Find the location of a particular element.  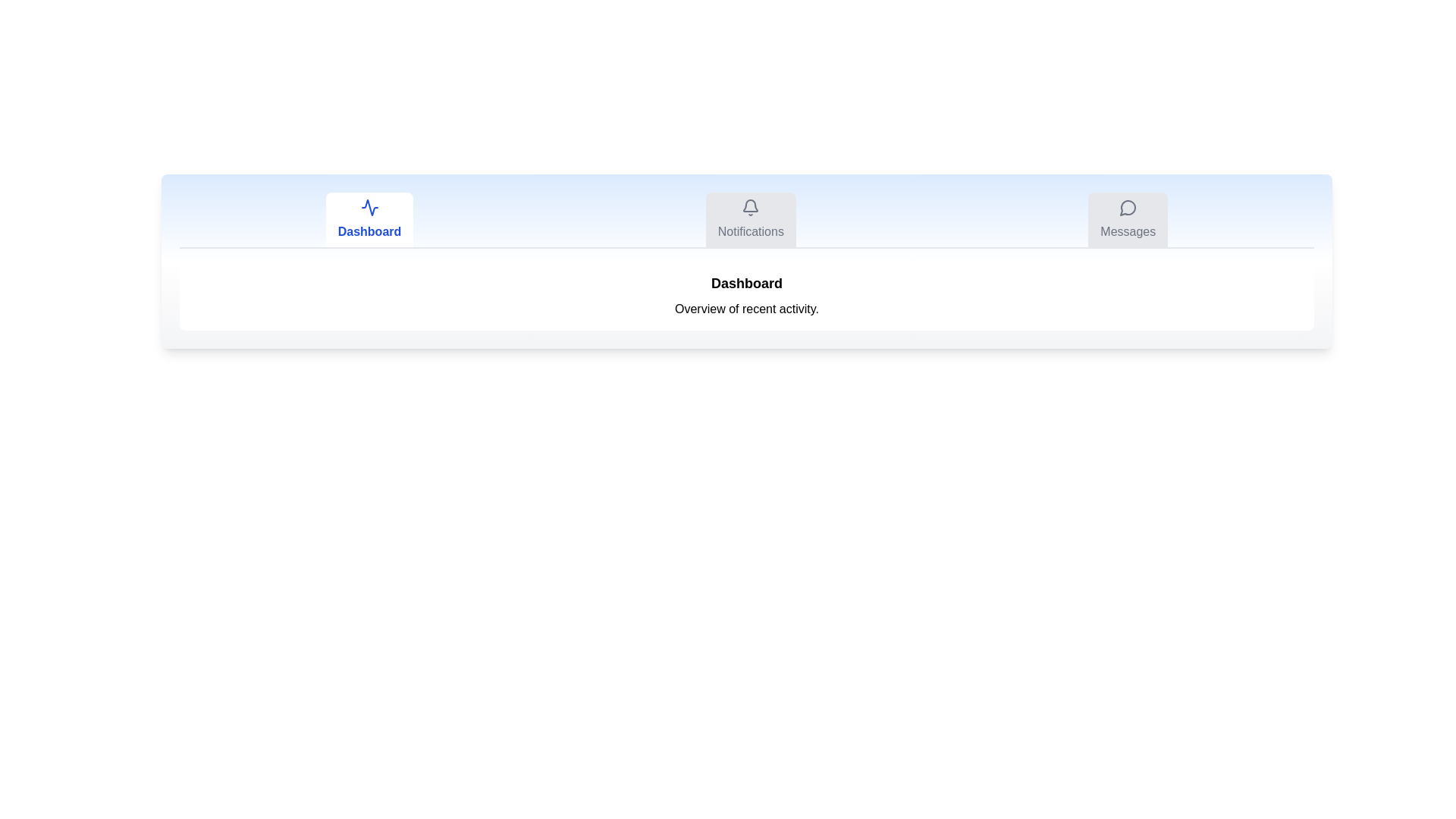

the tab button corresponding to Notifications to switch sections is located at coordinates (751, 219).